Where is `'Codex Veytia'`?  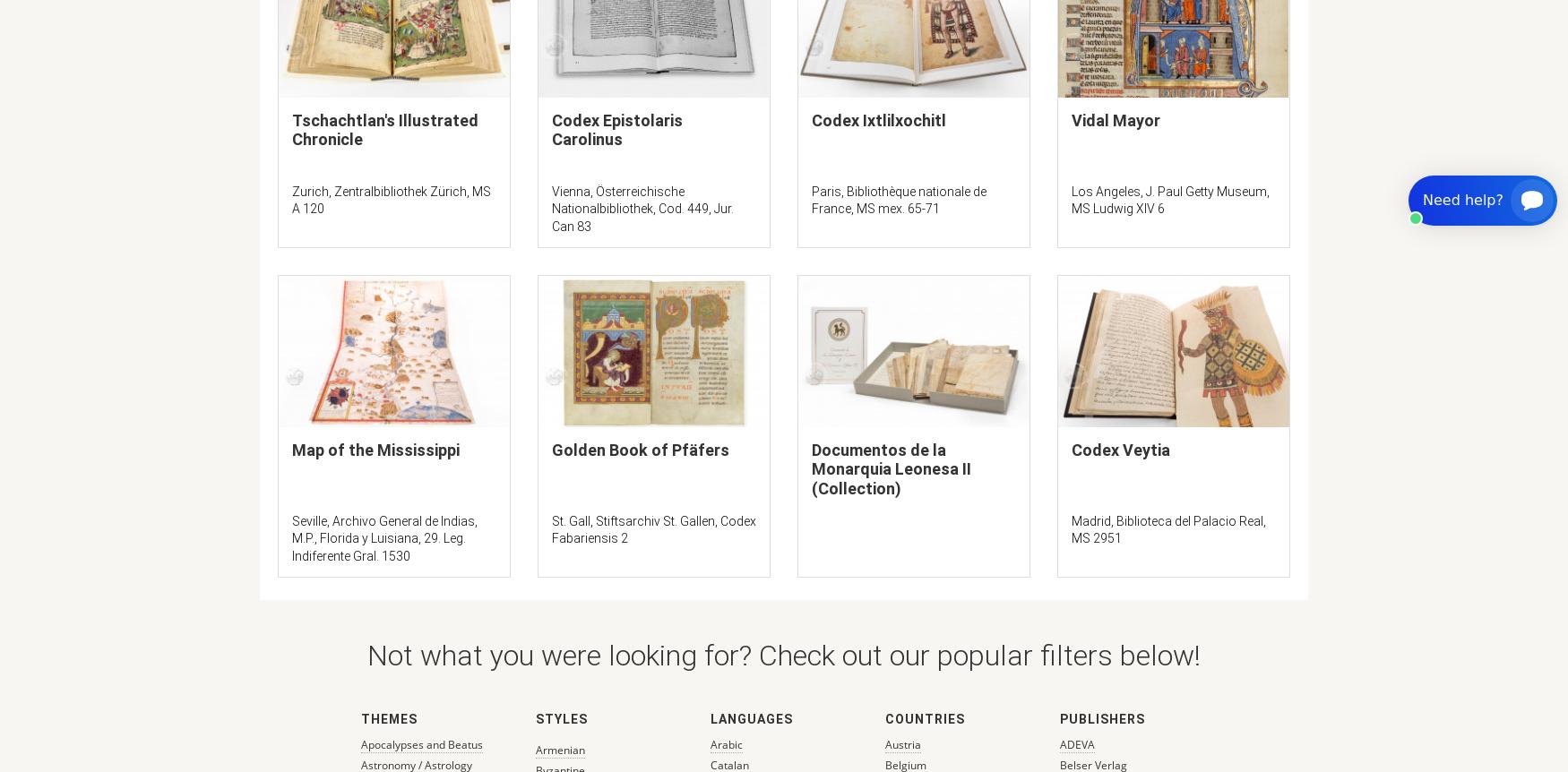 'Codex Veytia' is located at coordinates (1071, 449).